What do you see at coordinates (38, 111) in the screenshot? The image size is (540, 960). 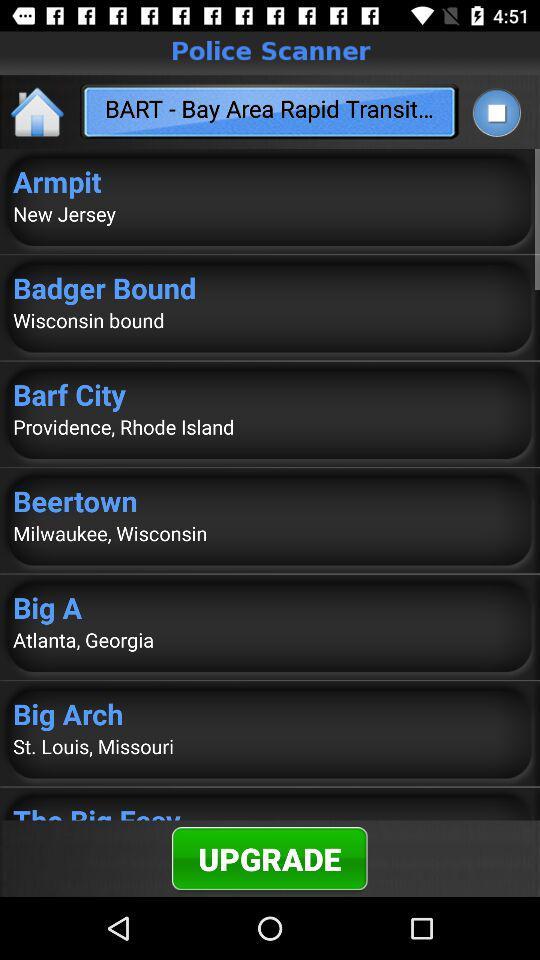 I see `go home` at bounding box center [38, 111].